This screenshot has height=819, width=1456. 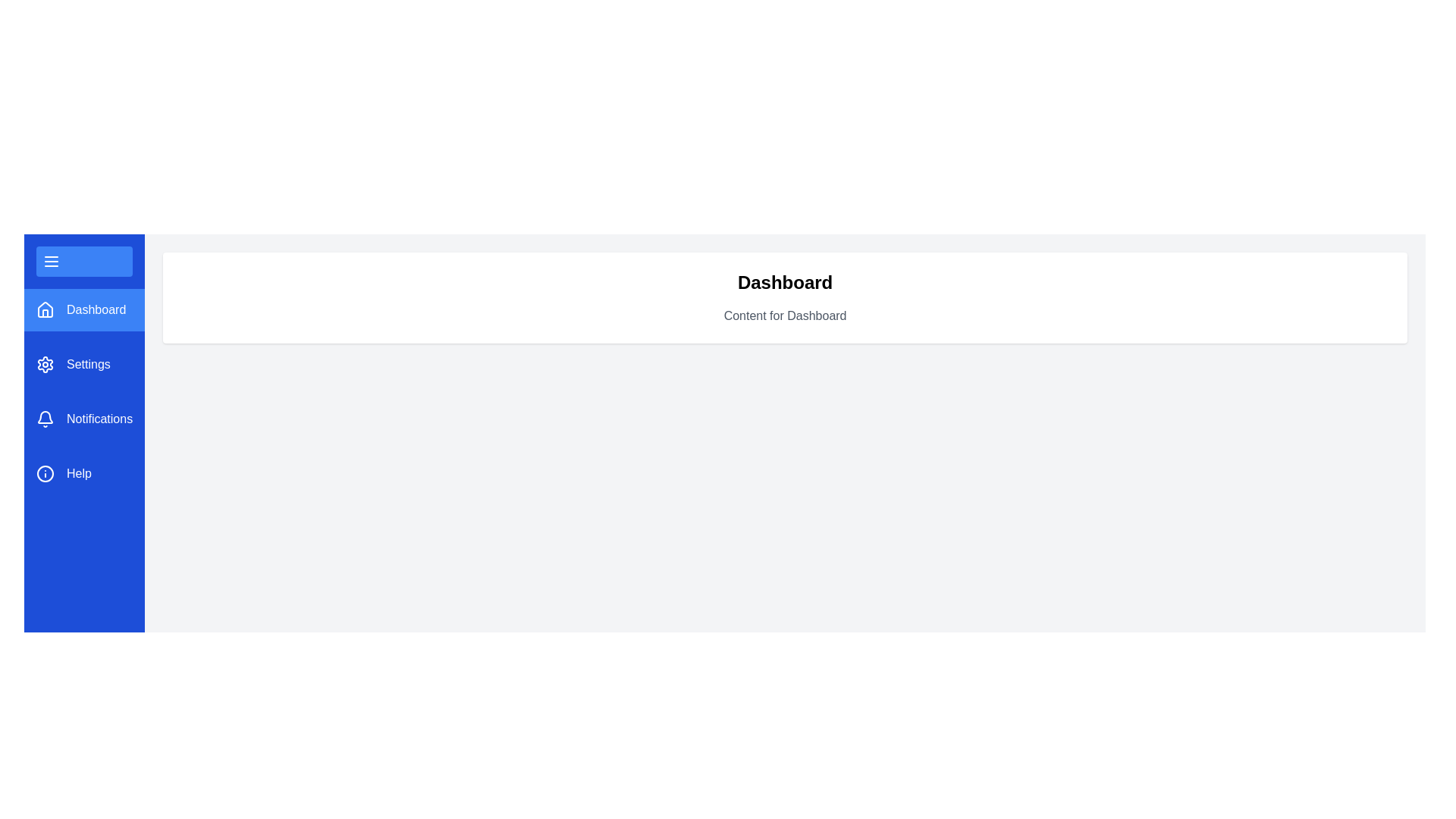 What do you see at coordinates (83, 472) in the screenshot?
I see `the 'Help' navigation link, which is the last item in the vertical list on the left sidebar, featuring a white info icon and text on a blue background` at bounding box center [83, 472].